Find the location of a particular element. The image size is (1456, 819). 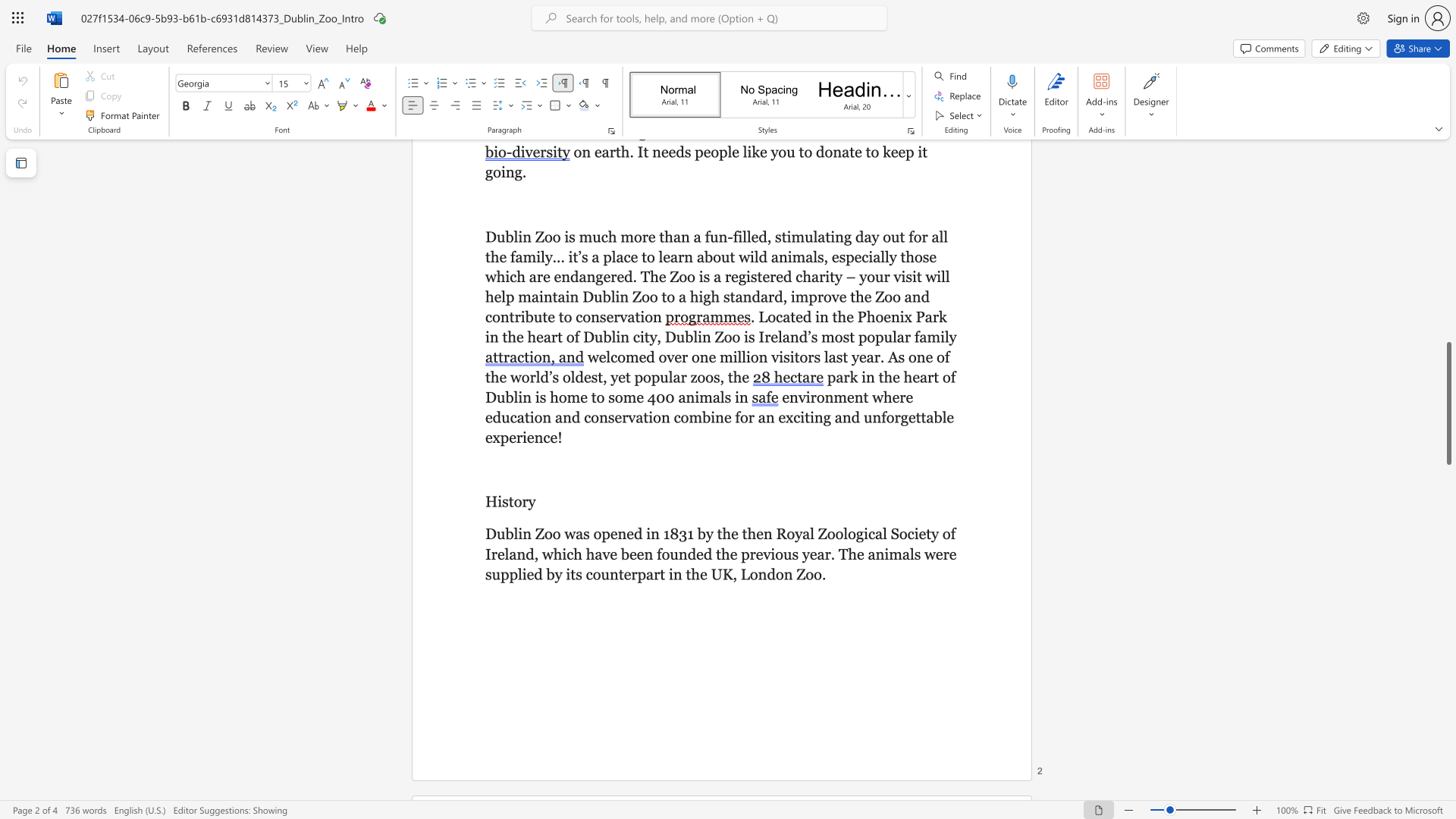

the subset text "unterpart in the UK, Lon" within the text "Dublin Zoo was opened in 1831 by the then Royal Zoological Society of Ireland, which have been founded the previous year. The animals were supplied by its counterpart in the UK, London Zoo." is located at coordinates (600, 574).